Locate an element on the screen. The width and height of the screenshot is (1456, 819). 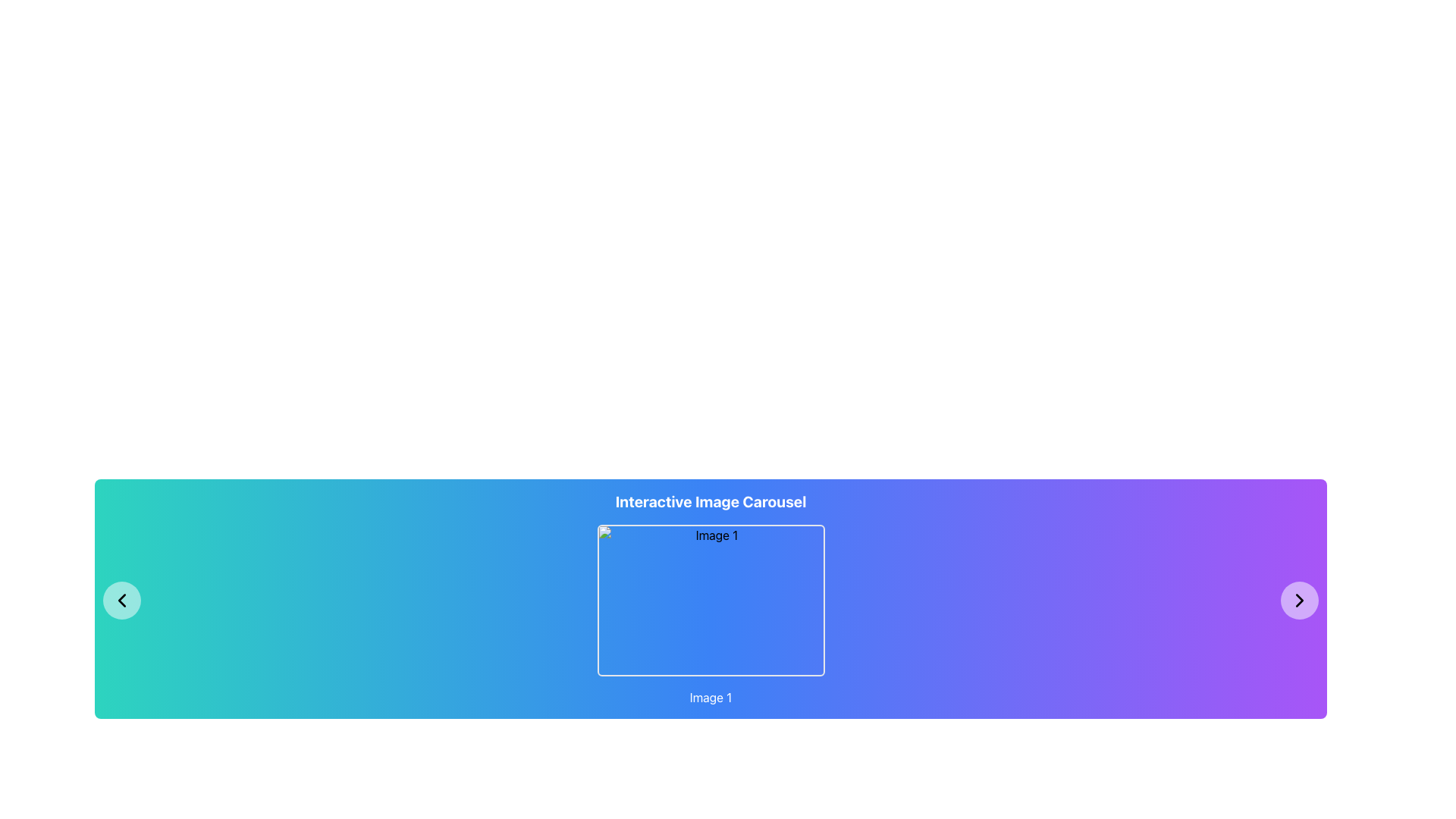
the left navigation button of the image carousel is located at coordinates (122, 599).